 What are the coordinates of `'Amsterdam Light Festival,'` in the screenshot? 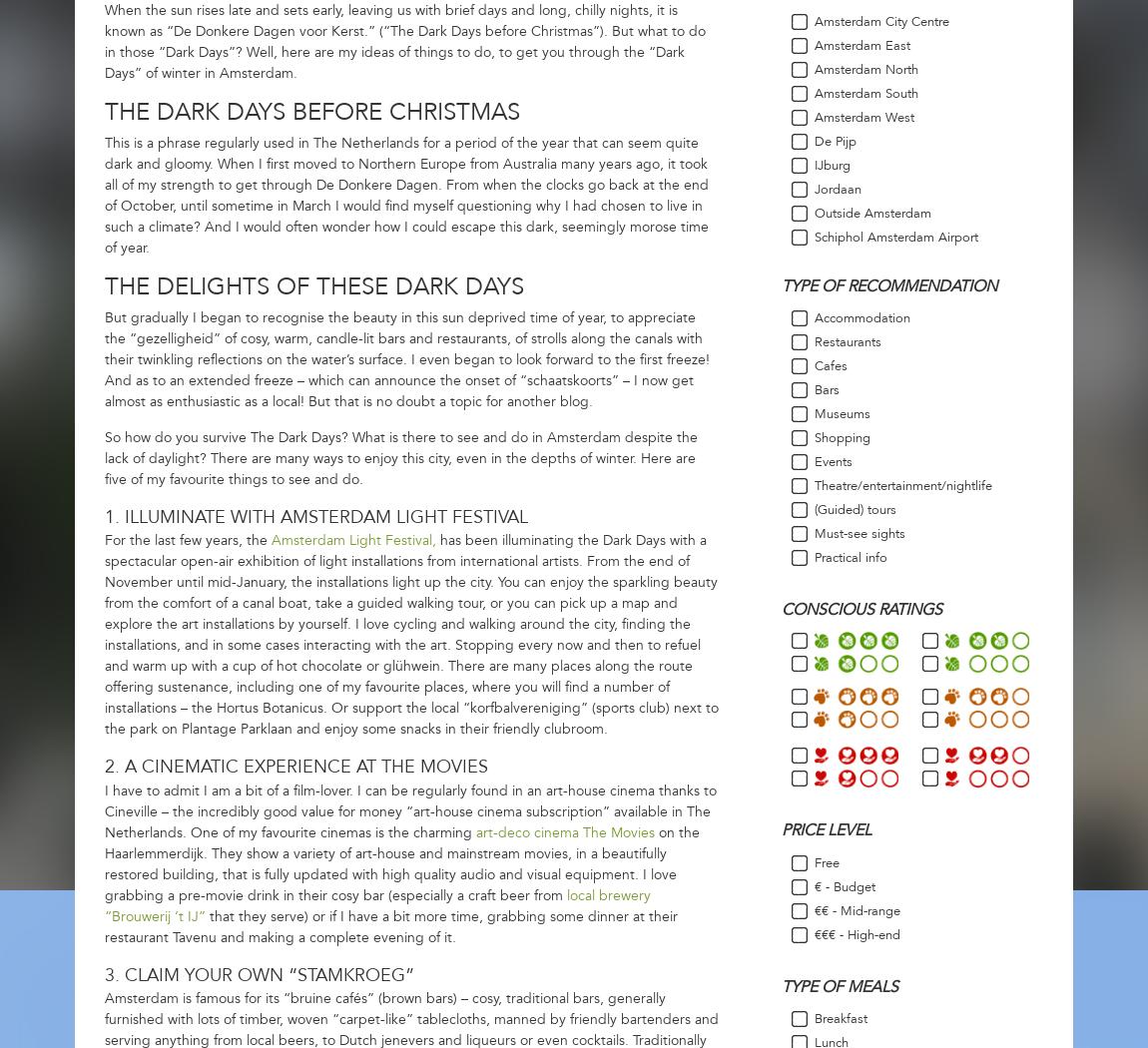 It's located at (270, 540).